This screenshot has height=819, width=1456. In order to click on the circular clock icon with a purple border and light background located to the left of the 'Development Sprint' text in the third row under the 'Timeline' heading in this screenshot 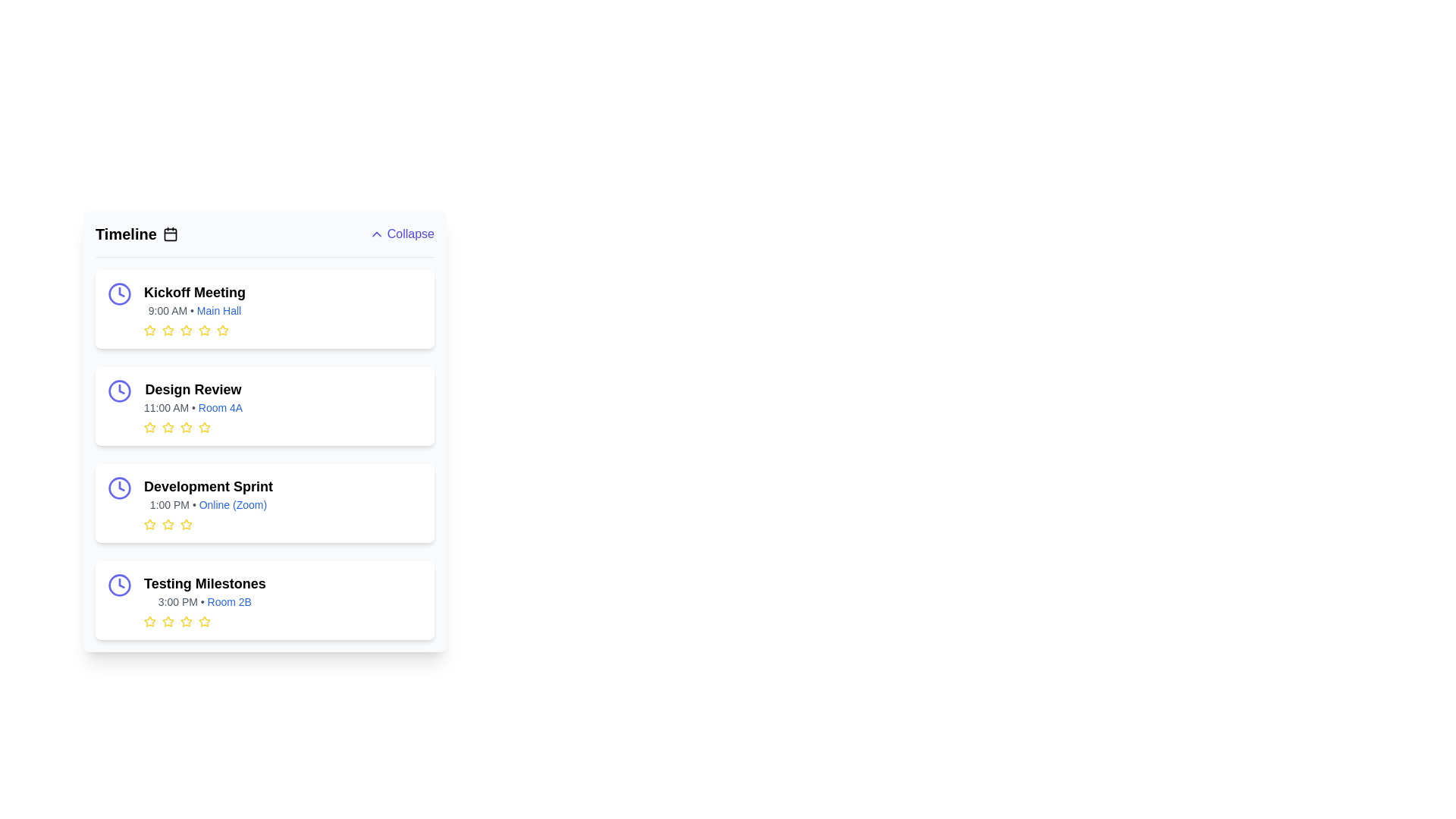, I will do `click(119, 488)`.